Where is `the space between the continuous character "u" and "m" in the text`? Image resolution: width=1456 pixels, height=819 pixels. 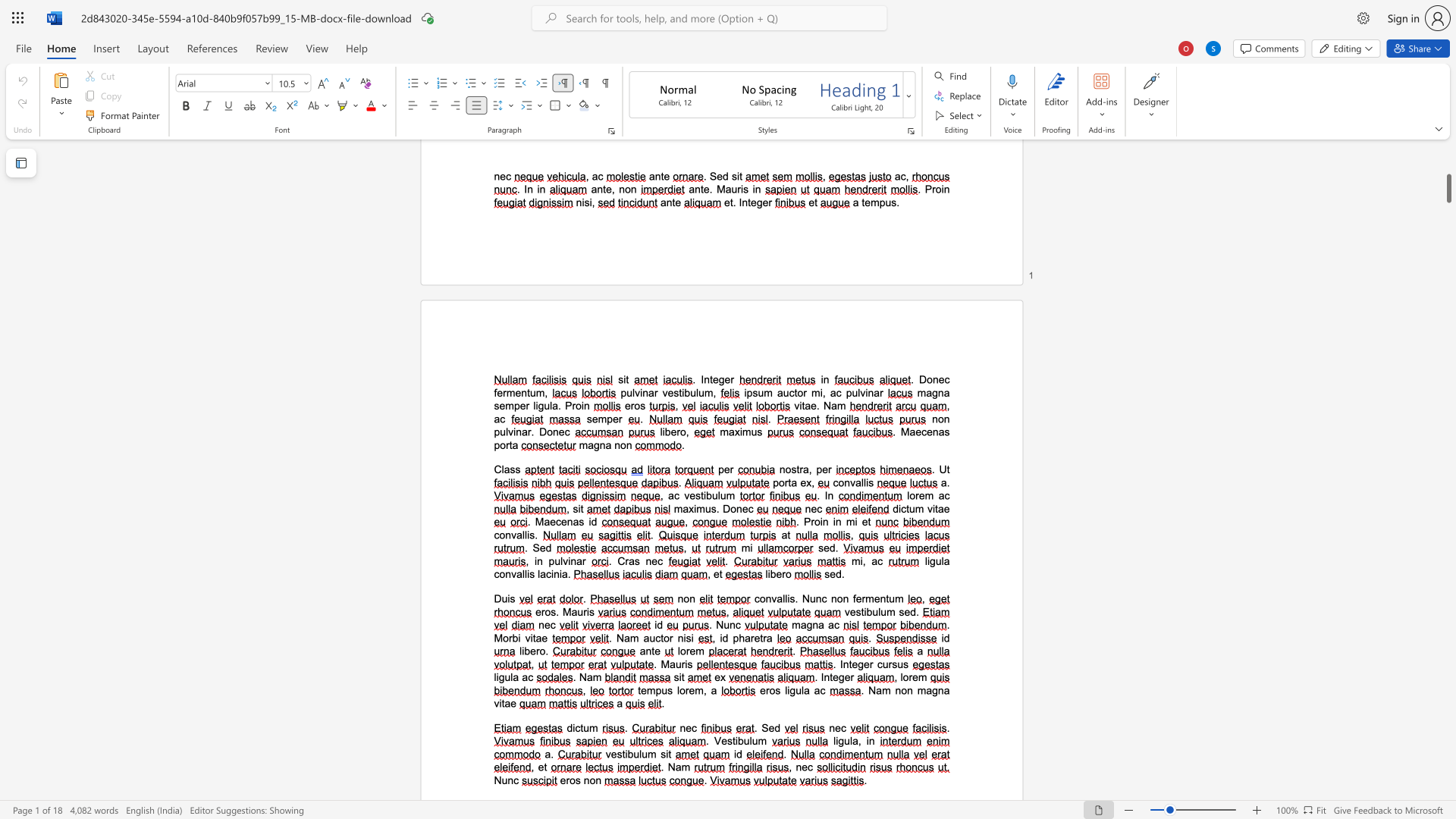
the space between the continuous character "u" and "m" in the text is located at coordinates (758, 740).